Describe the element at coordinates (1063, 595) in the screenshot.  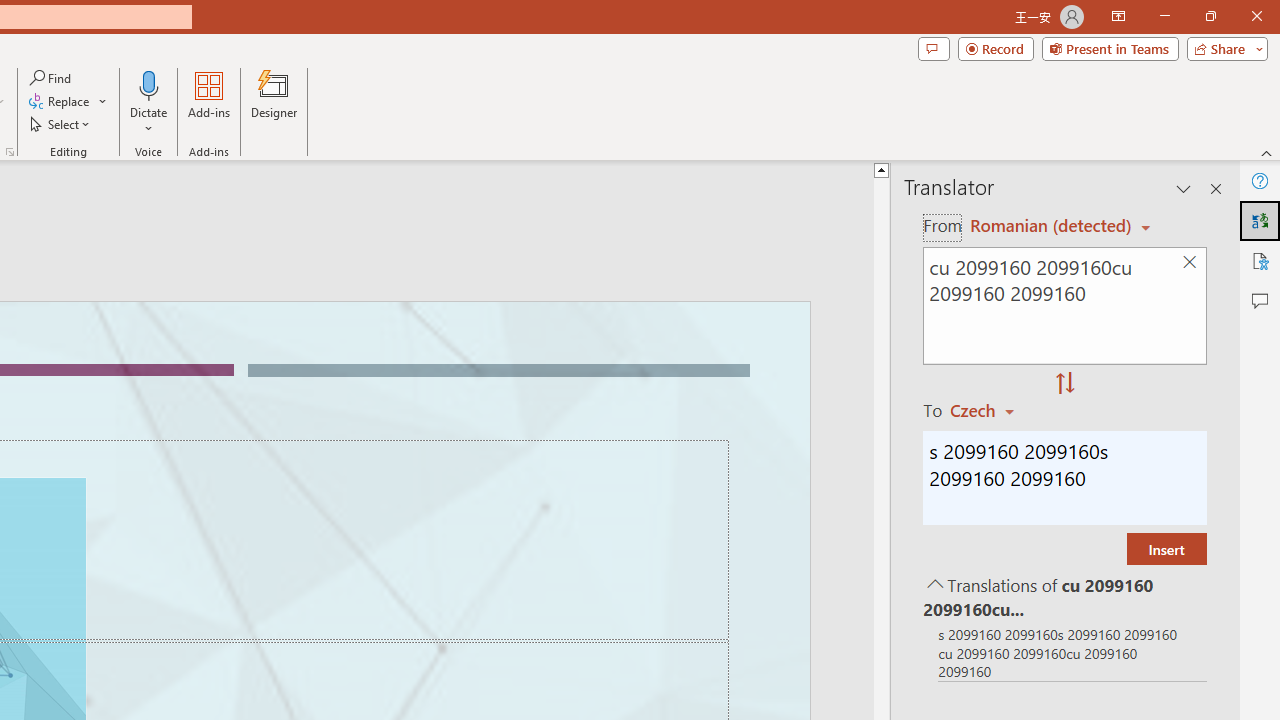
I see `'Translations of cu 2099160 2099160cu 2099160 2099160'` at that location.